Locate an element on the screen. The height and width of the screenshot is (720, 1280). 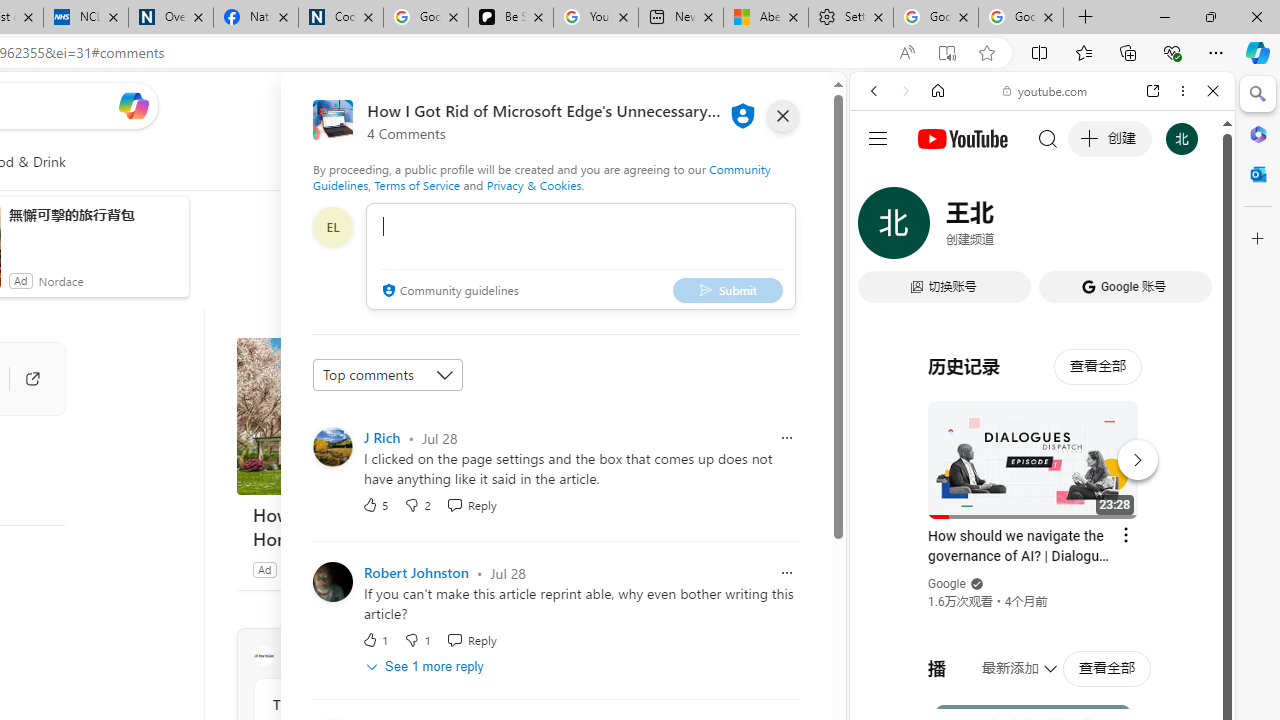
'Go to publisher' is located at coordinates (22, 379).